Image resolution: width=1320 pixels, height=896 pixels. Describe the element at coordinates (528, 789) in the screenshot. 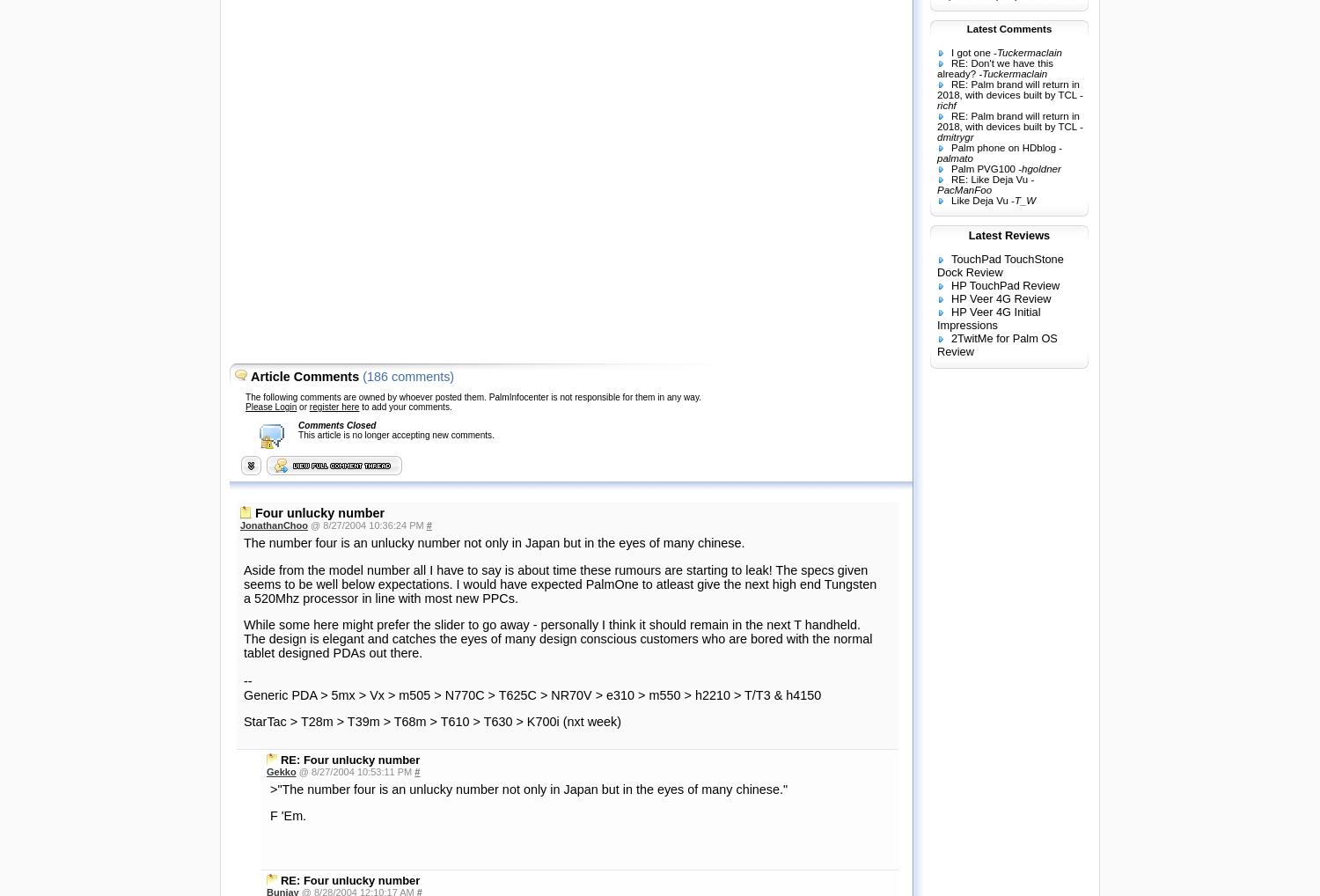

I see `'>"The number four is an unlucky number not only in Japan but in the eyes of many chinese."'` at that location.